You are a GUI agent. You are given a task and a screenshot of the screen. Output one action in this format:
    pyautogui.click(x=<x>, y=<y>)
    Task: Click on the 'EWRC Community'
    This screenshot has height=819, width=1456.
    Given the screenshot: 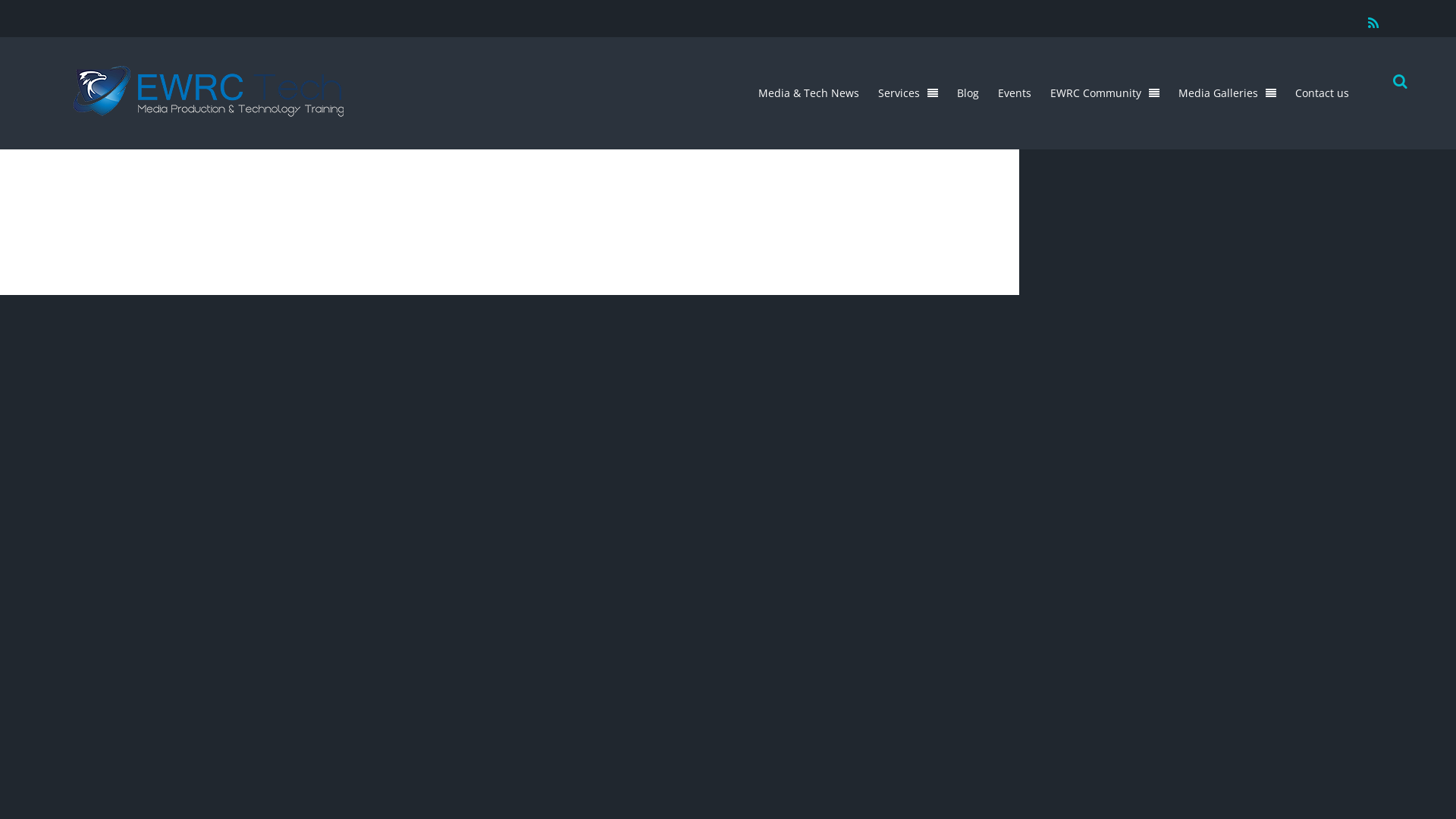 What is the action you would take?
    pyautogui.click(x=1105, y=93)
    